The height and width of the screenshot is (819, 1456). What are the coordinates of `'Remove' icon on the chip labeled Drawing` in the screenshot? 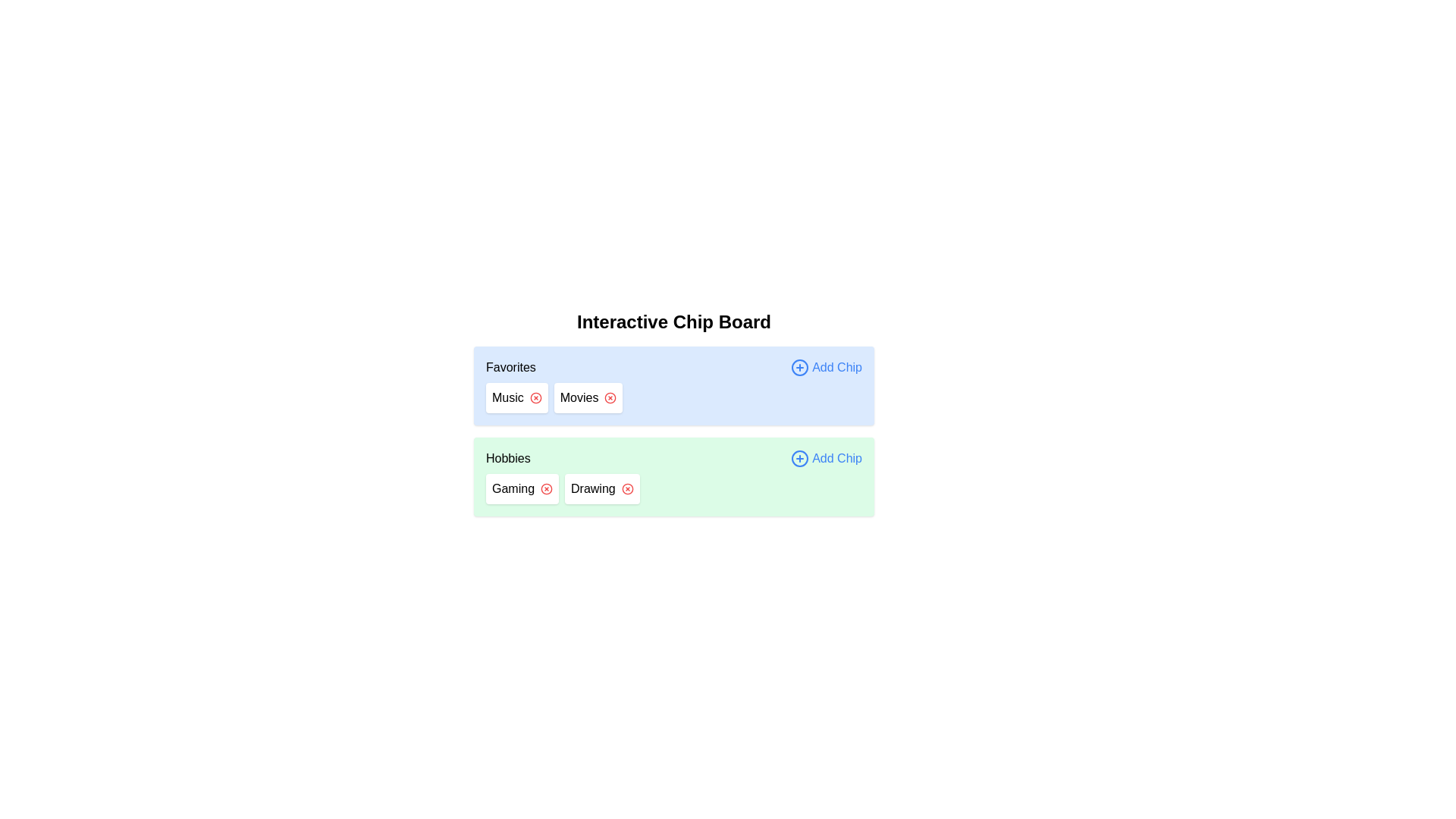 It's located at (627, 488).